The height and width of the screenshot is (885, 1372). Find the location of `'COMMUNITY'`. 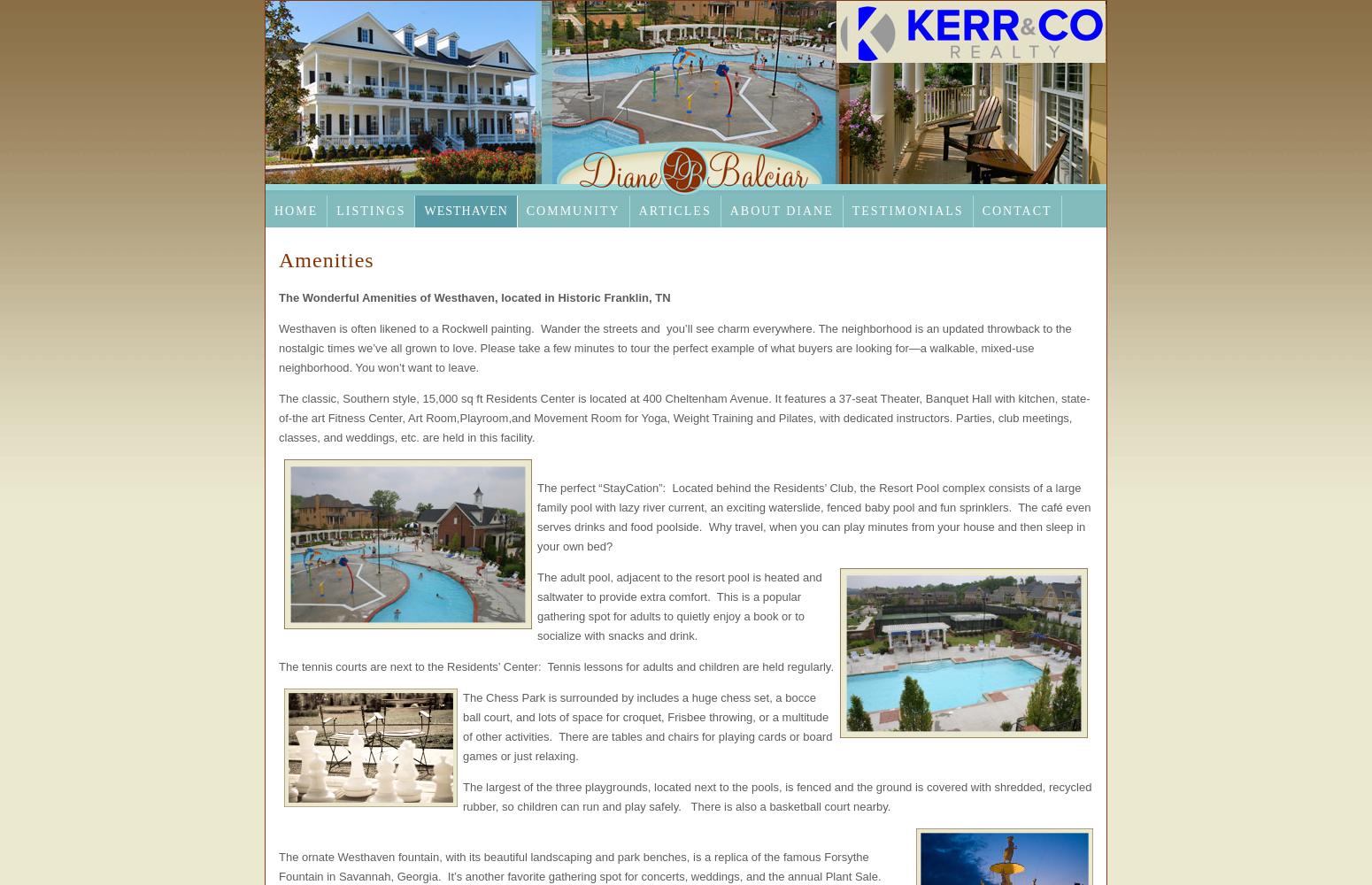

'COMMUNITY' is located at coordinates (571, 210).